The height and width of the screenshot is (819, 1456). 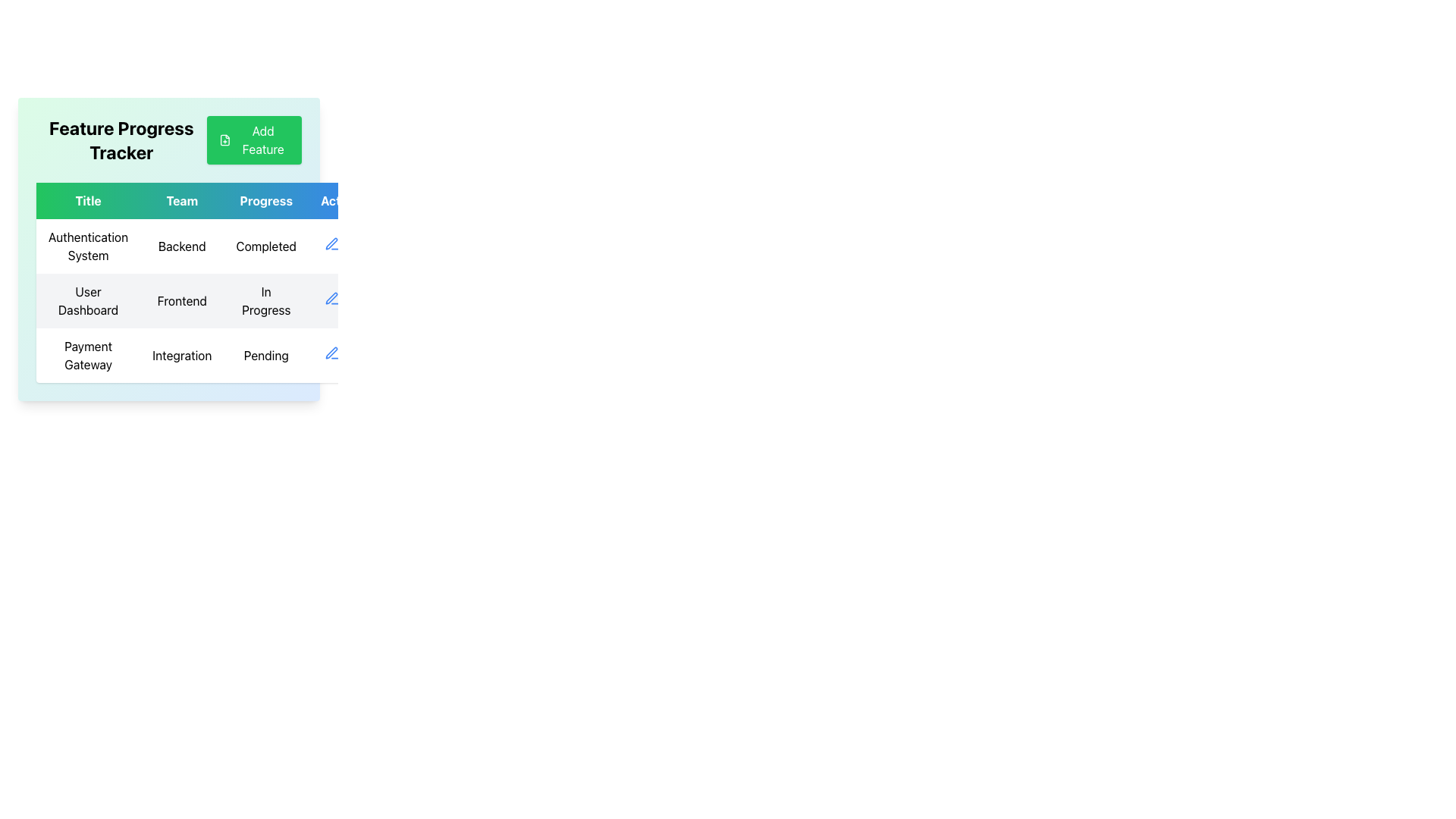 What do you see at coordinates (182, 356) in the screenshot?
I see `value displayed in the Text Label located in the third row, second column of the table under the 'Team' header` at bounding box center [182, 356].